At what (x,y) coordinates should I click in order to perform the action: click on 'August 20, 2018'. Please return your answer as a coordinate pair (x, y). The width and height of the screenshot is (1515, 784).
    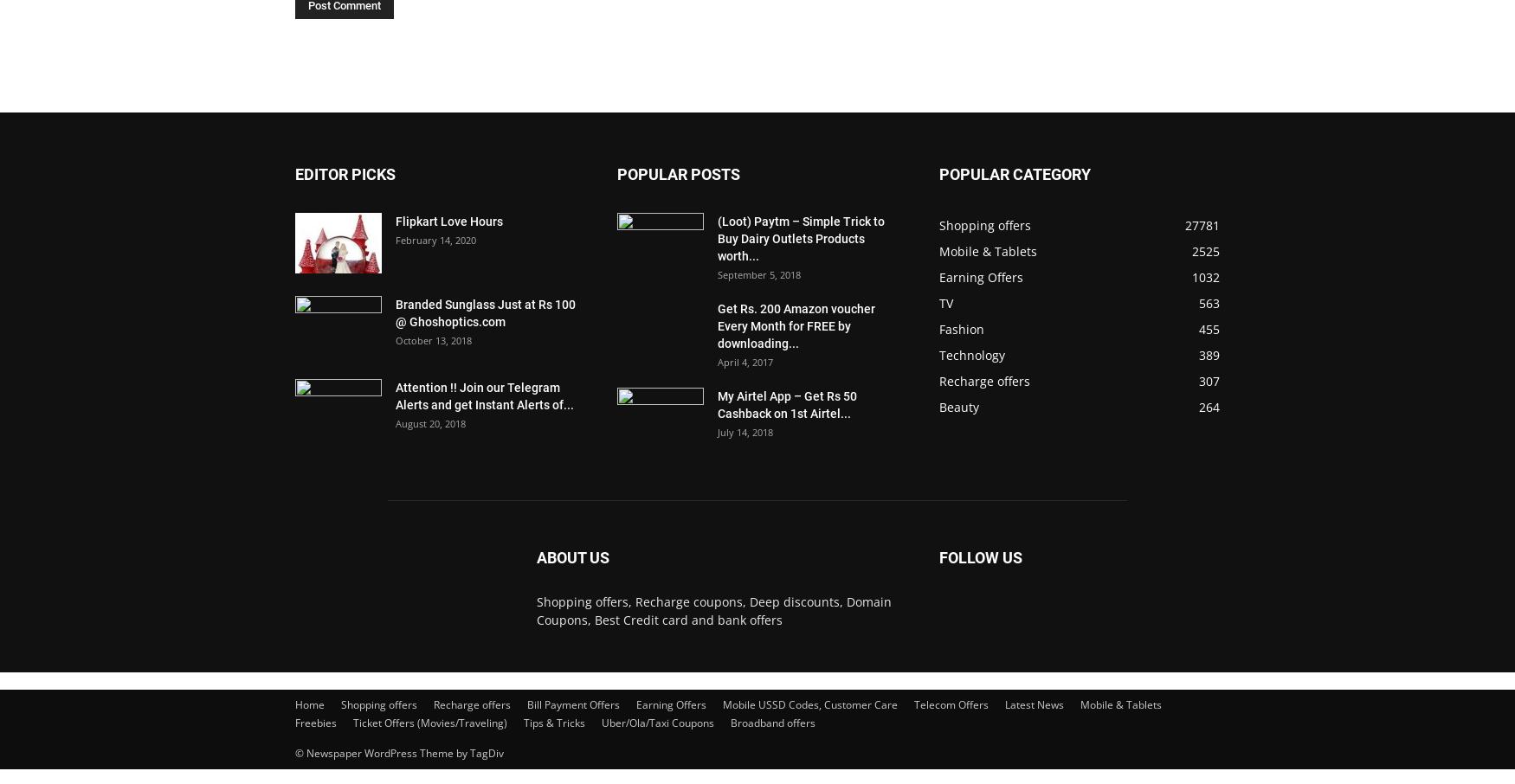
    Looking at the image, I should click on (430, 422).